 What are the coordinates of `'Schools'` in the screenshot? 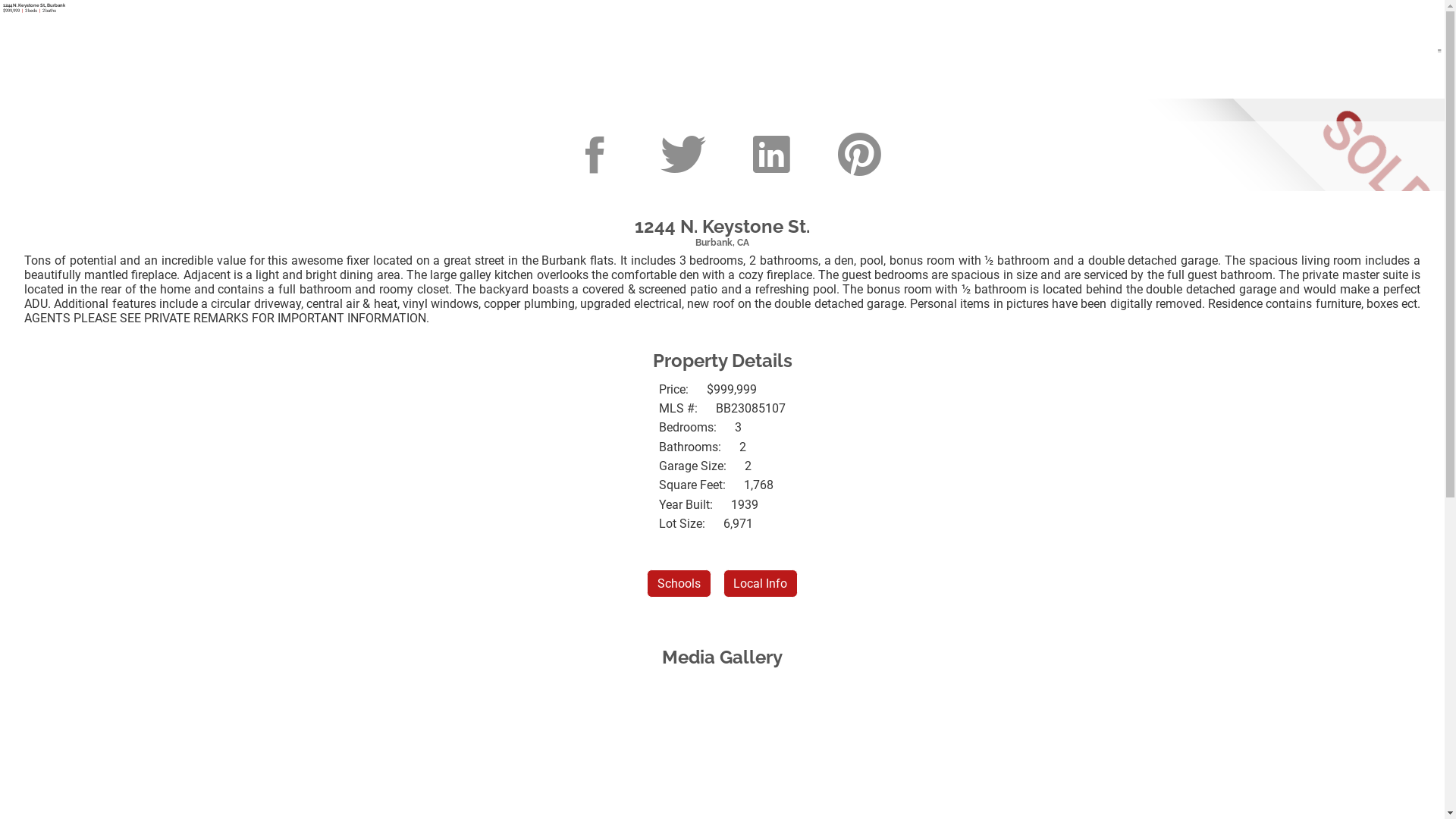 It's located at (647, 582).